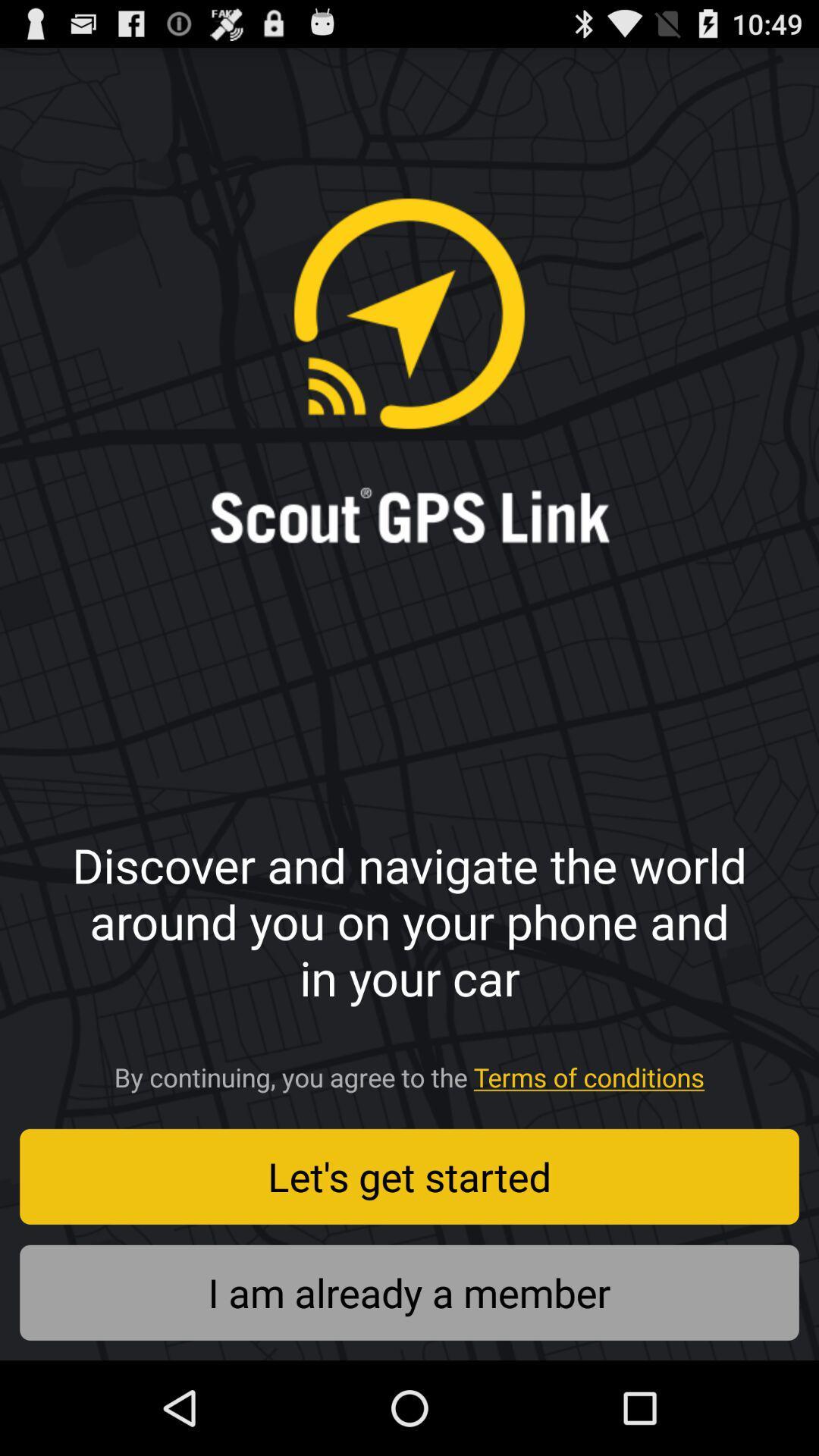 The width and height of the screenshot is (819, 1456). I want to click on item above the let s get, so click(409, 1072).